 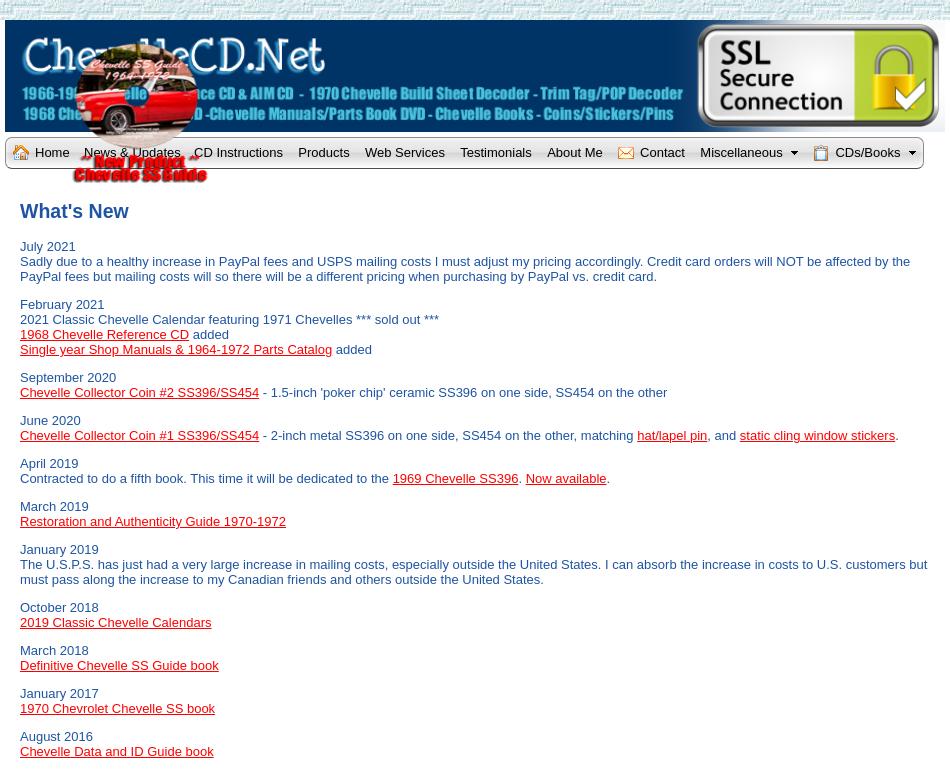 What do you see at coordinates (139, 434) in the screenshot?
I see `'Chevelle Collector Coin #1 SS396/SS454'` at bounding box center [139, 434].